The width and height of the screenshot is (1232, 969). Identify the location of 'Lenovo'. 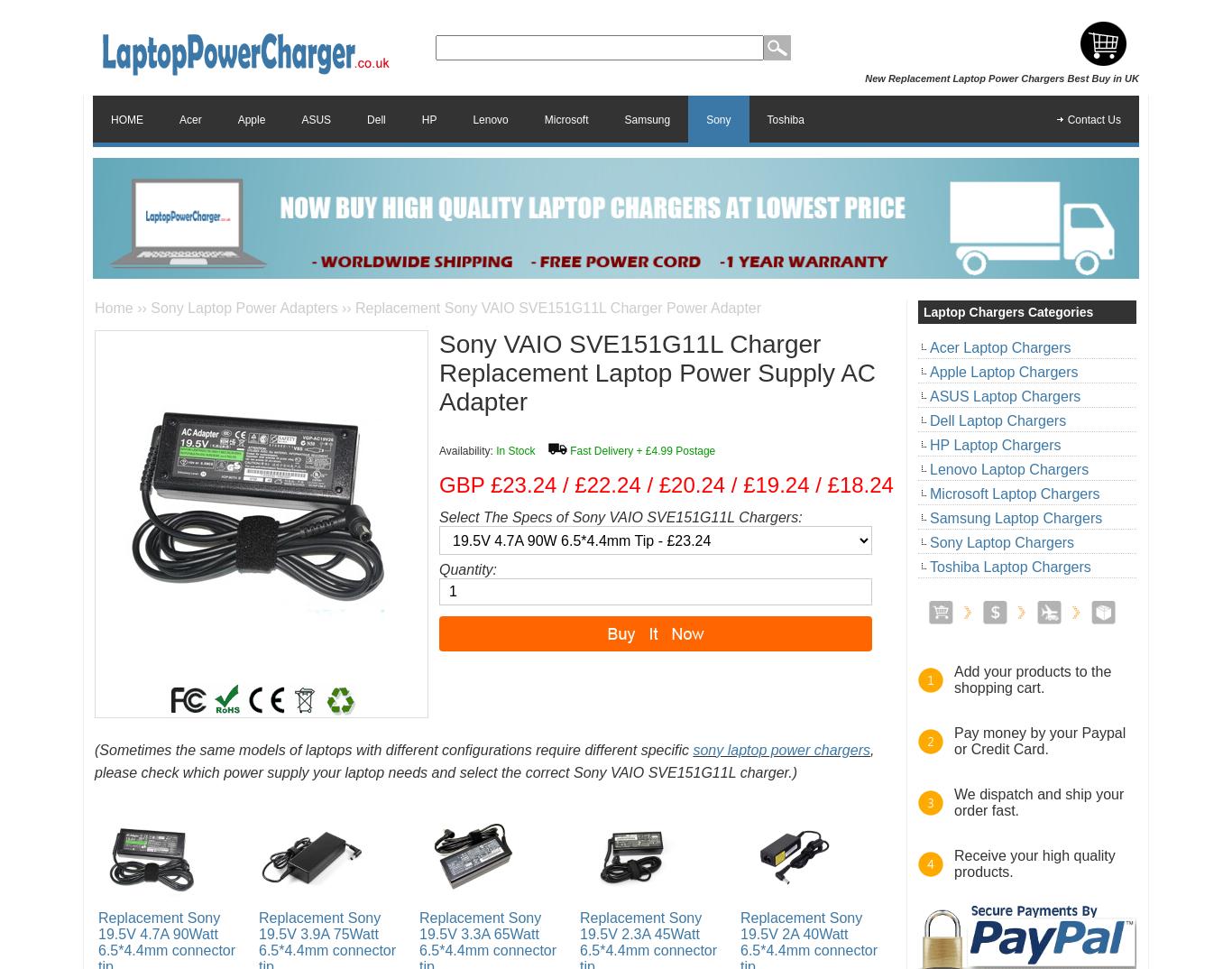
(490, 117).